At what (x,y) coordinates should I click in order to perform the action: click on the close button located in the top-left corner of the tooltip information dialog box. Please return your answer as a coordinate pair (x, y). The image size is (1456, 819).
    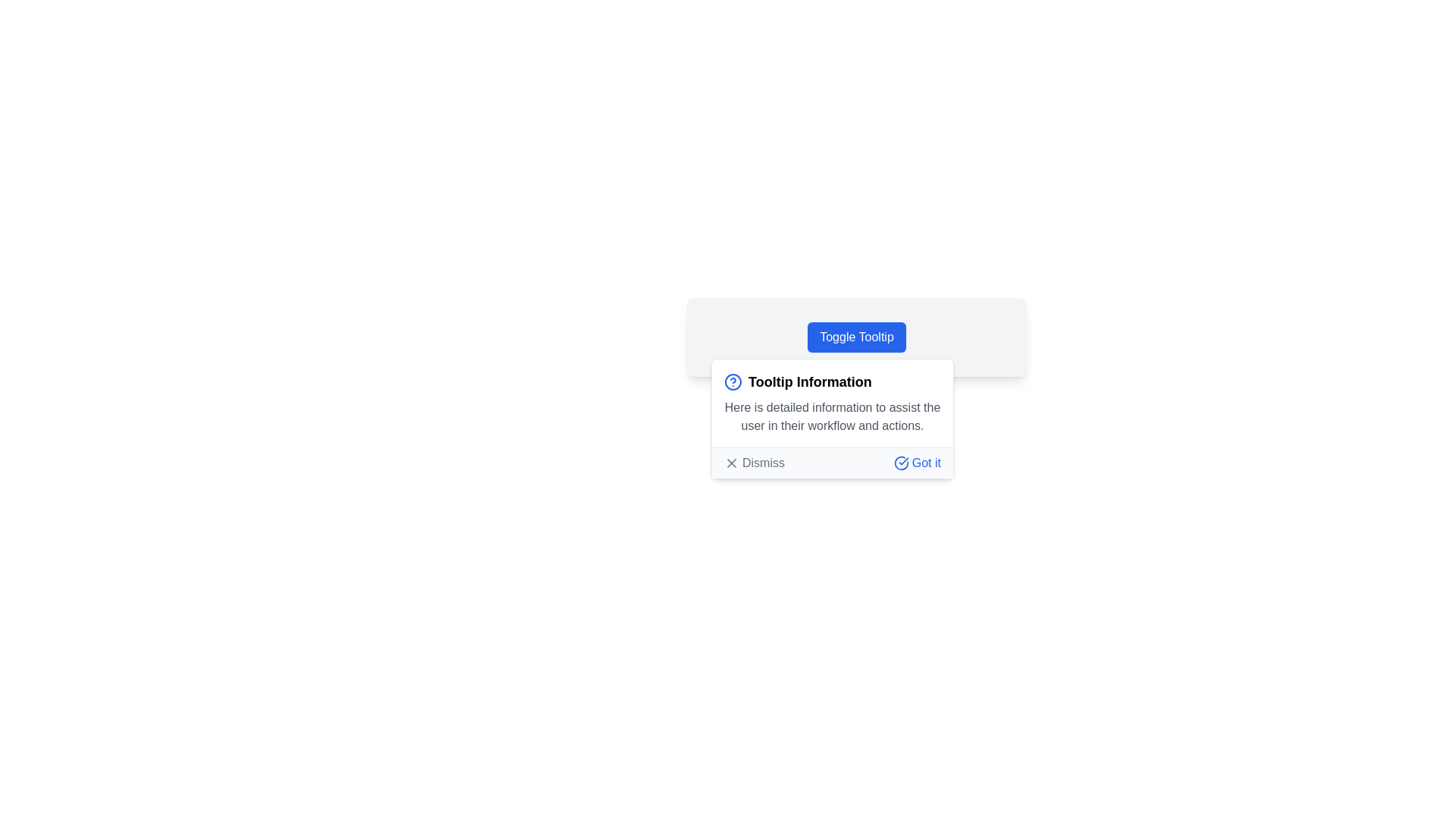
    Looking at the image, I should click on (731, 462).